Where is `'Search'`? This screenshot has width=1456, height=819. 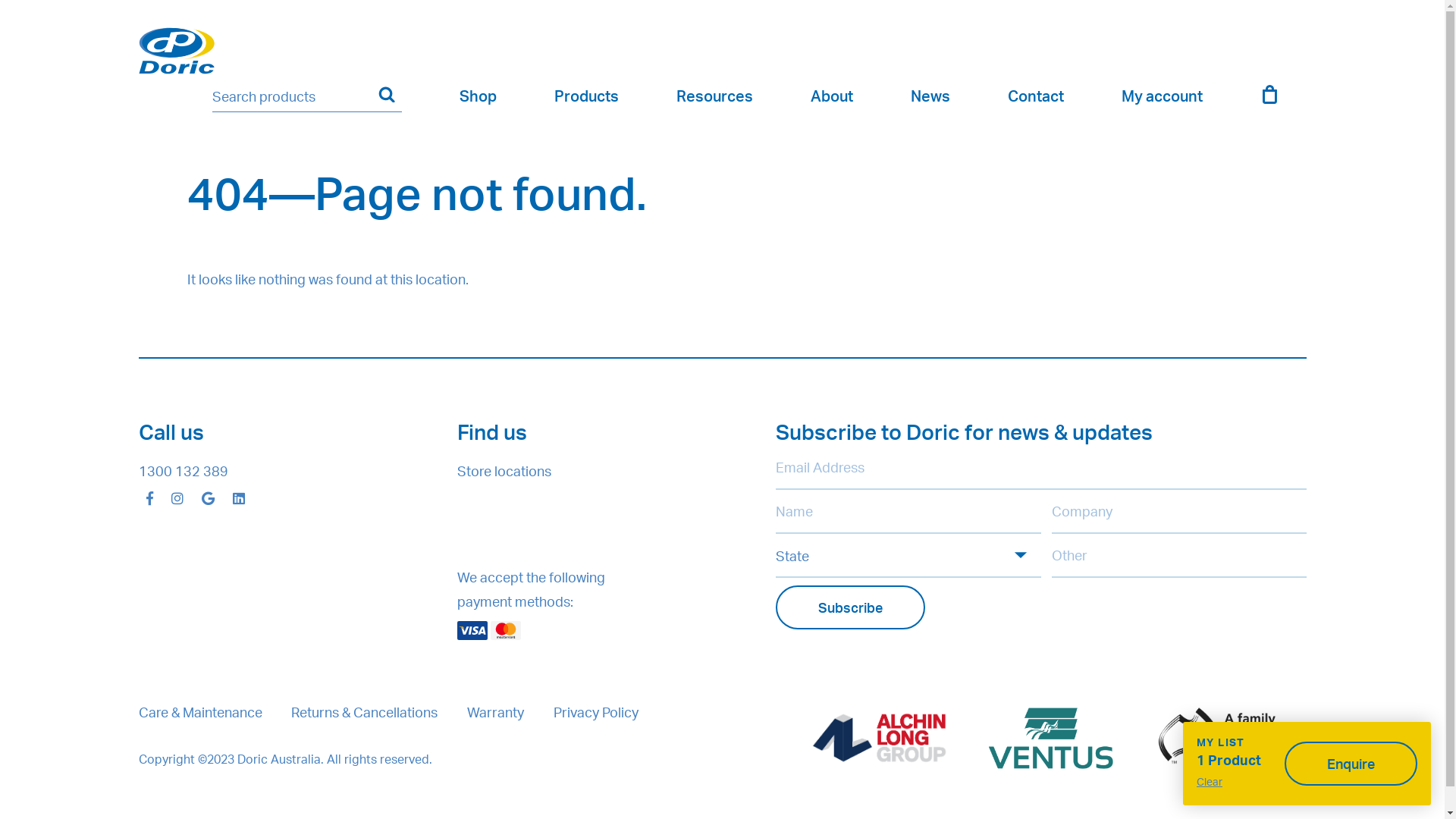
'Search' is located at coordinates (388, 94).